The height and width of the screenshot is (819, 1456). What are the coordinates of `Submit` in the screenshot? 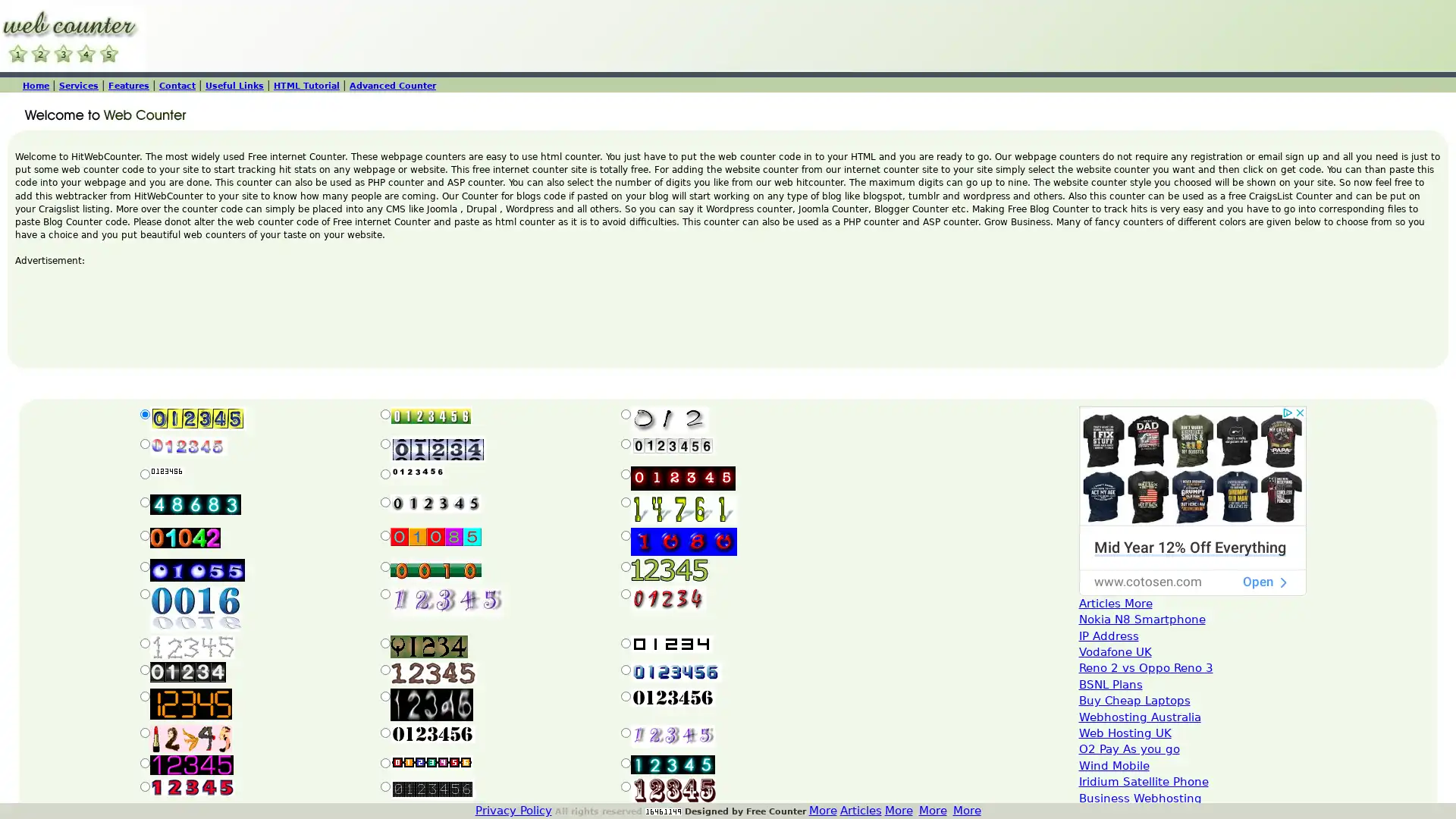 It's located at (430, 704).